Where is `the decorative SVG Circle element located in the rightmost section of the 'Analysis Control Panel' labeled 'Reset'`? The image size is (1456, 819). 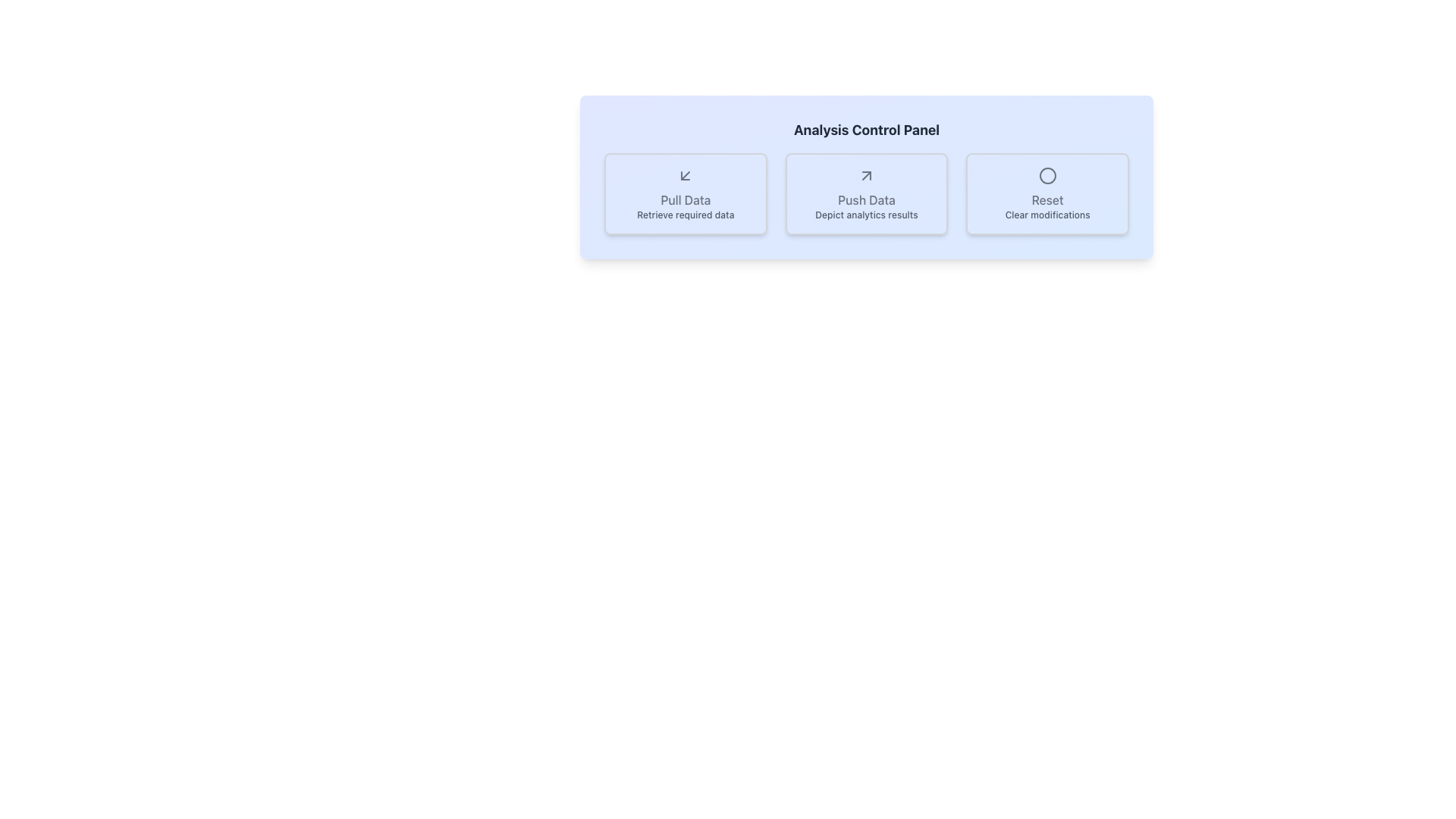 the decorative SVG Circle element located in the rightmost section of the 'Analysis Control Panel' labeled 'Reset' is located at coordinates (1046, 174).